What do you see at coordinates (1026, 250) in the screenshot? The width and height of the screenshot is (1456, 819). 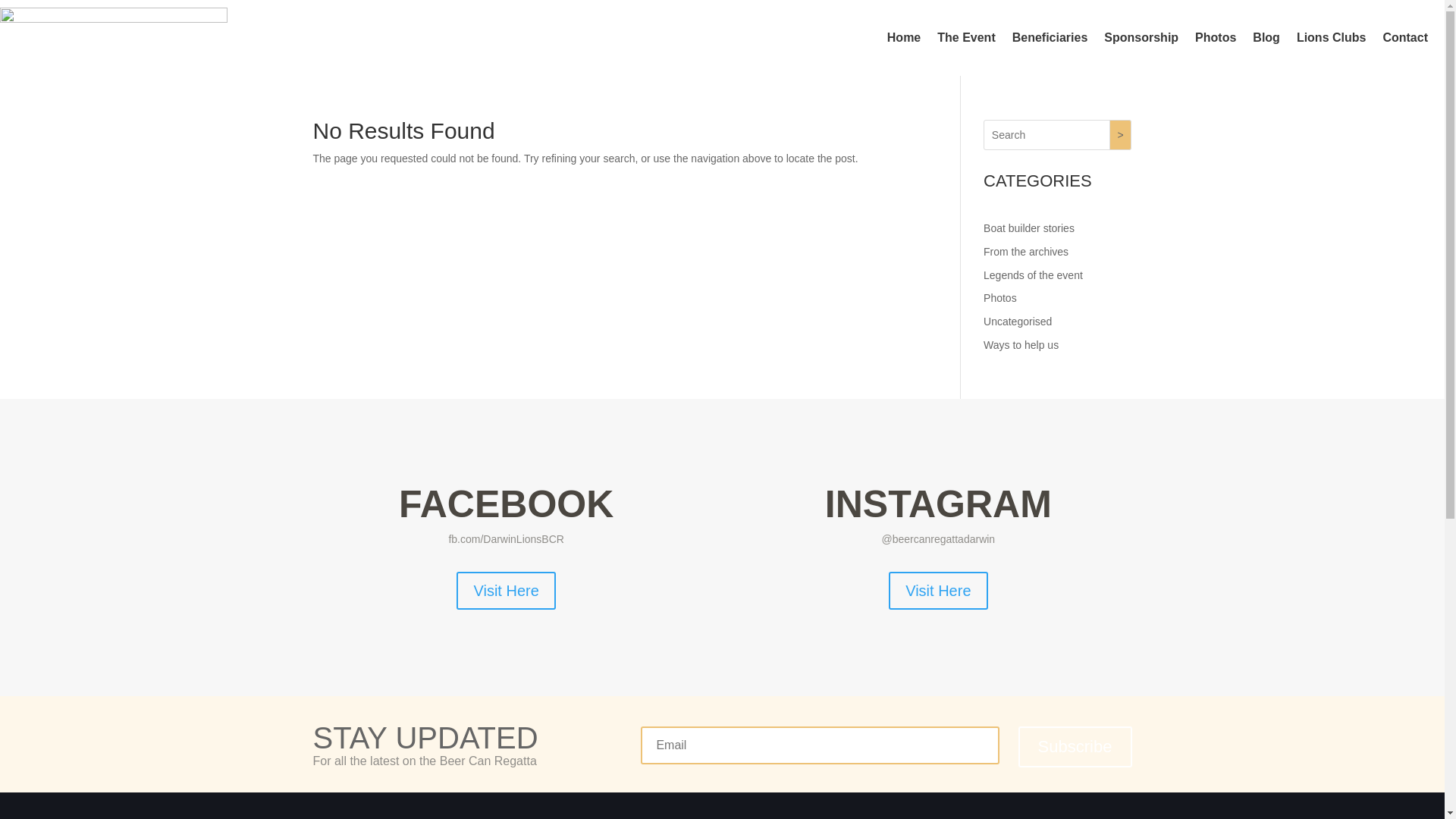 I see `'From the archives'` at bounding box center [1026, 250].